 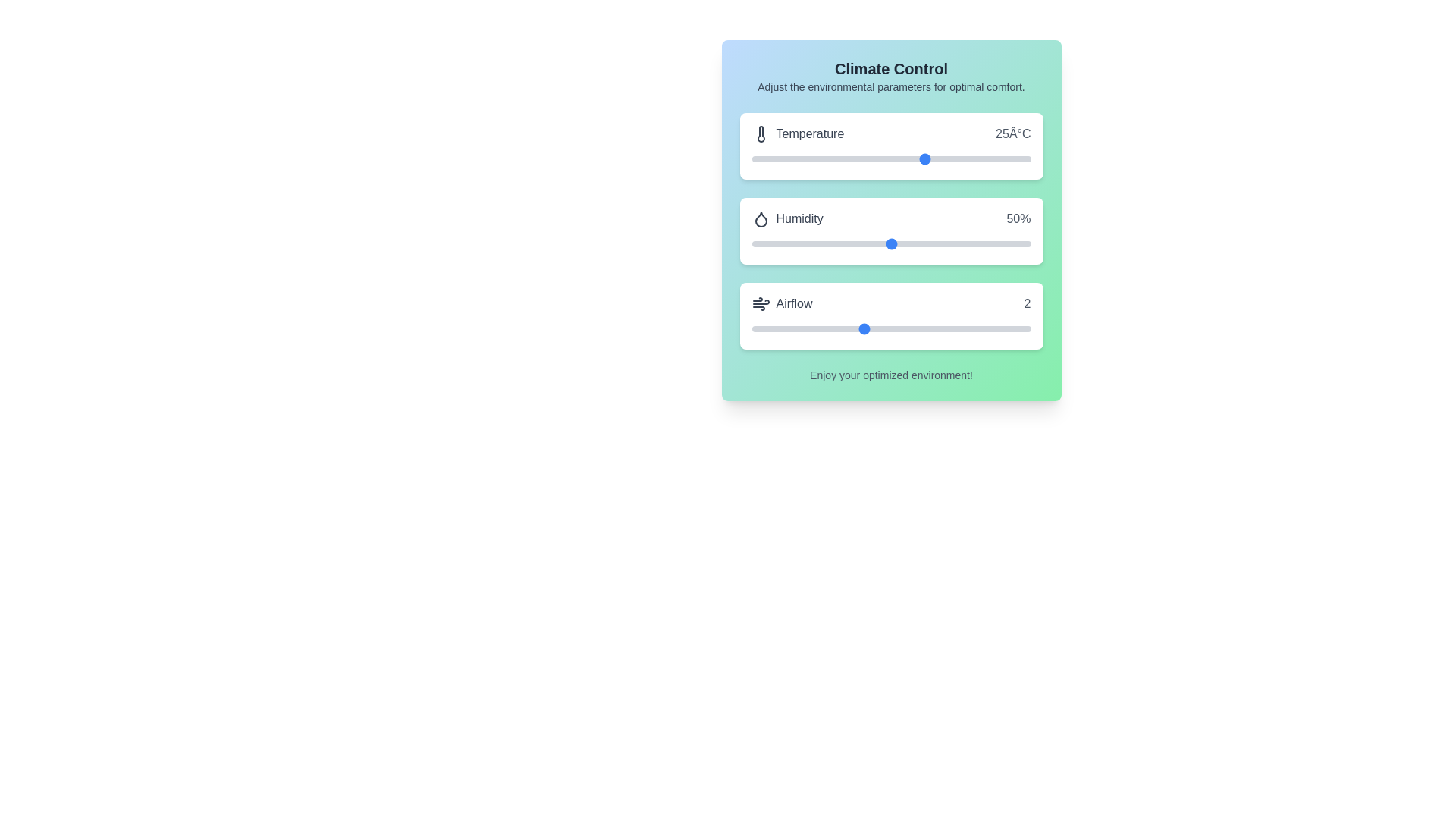 What do you see at coordinates (752, 158) in the screenshot?
I see `the temperature slider to 0°C` at bounding box center [752, 158].